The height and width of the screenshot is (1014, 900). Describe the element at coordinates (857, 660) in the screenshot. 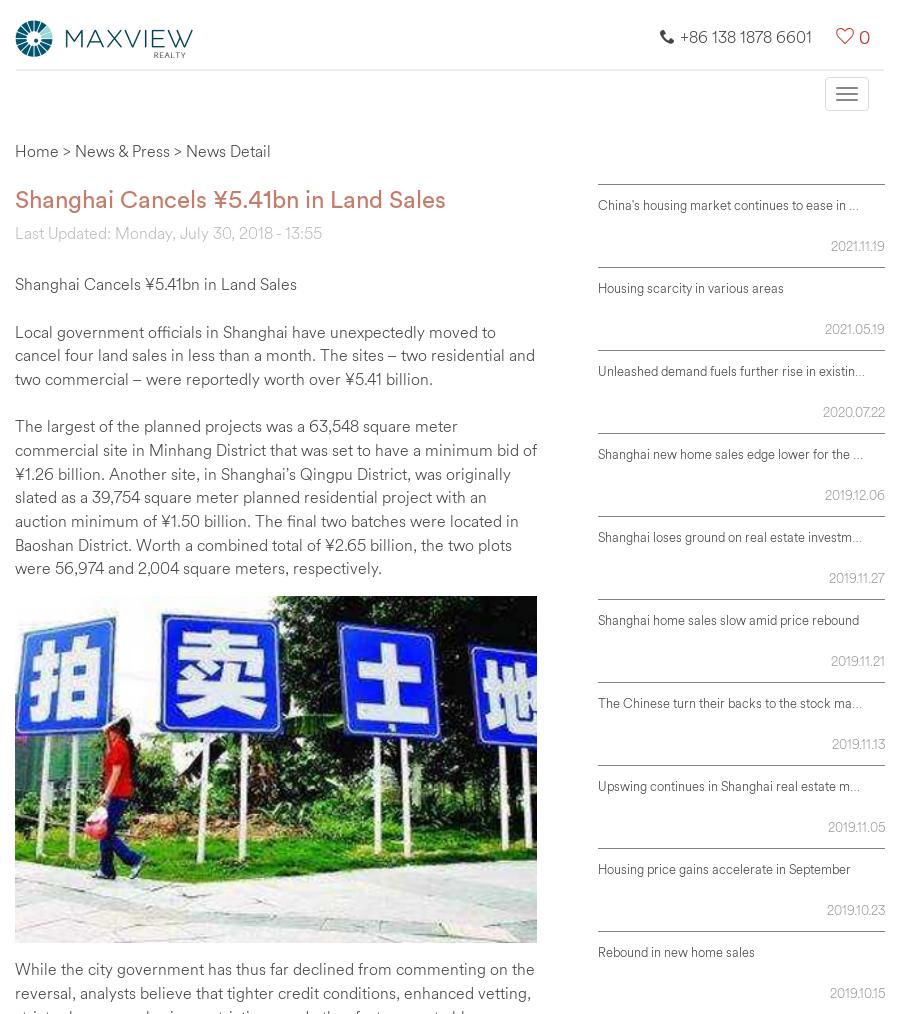

I see `'2019.11.21'` at that location.